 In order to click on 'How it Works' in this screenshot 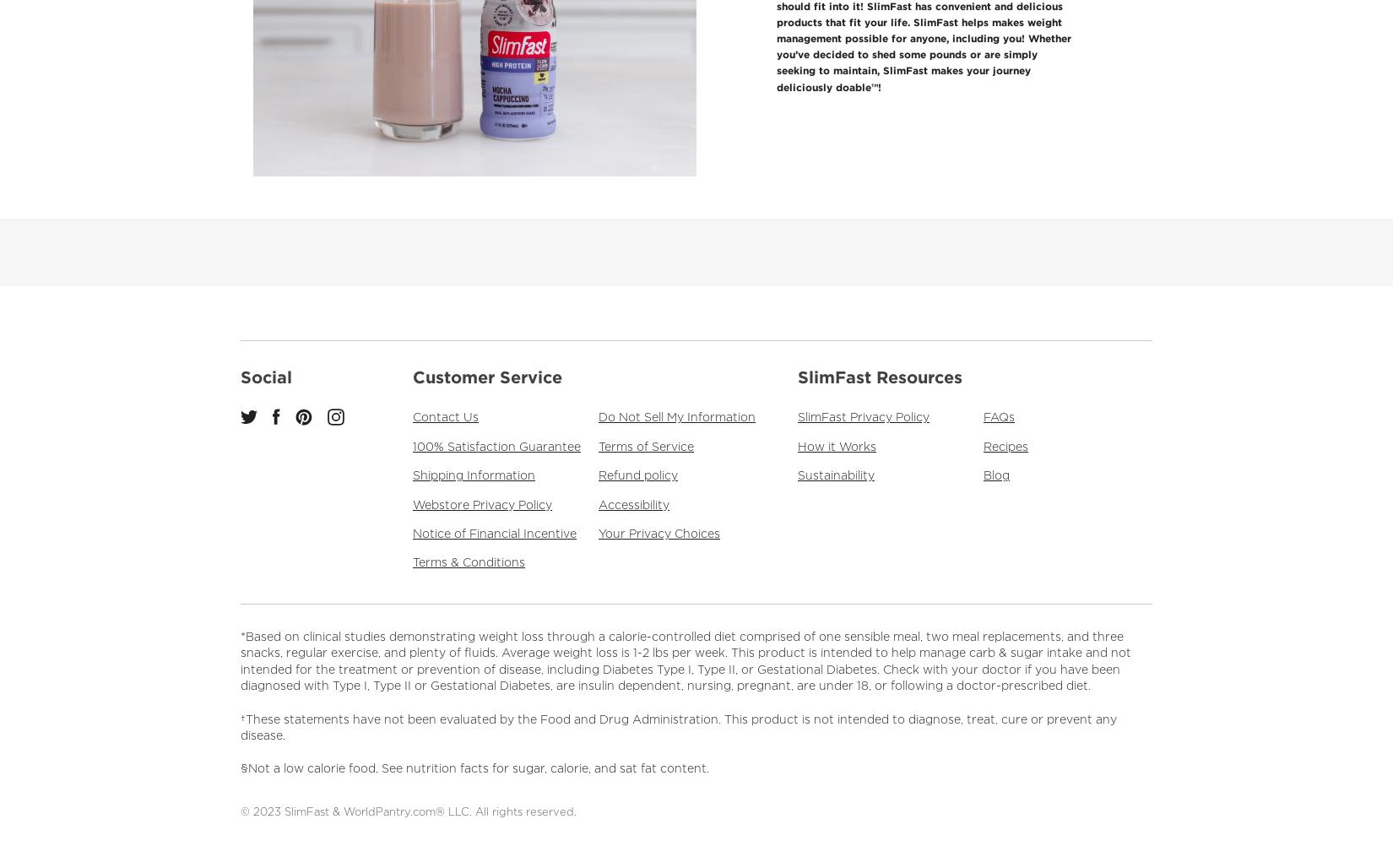, I will do `click(797, 447)`.